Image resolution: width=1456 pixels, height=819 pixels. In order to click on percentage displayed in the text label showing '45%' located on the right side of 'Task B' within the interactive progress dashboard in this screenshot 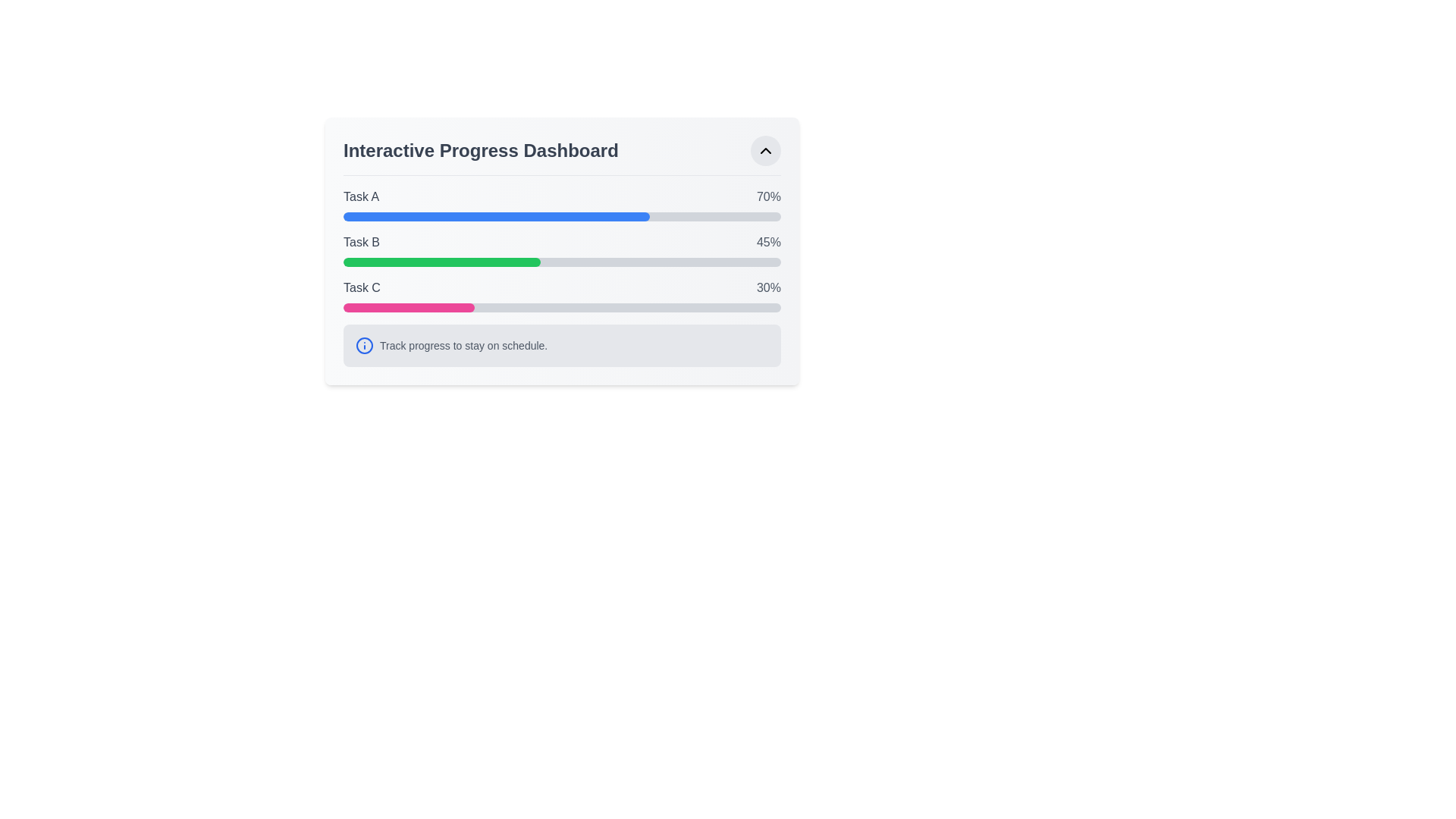, I will do `click(768, 242)`.